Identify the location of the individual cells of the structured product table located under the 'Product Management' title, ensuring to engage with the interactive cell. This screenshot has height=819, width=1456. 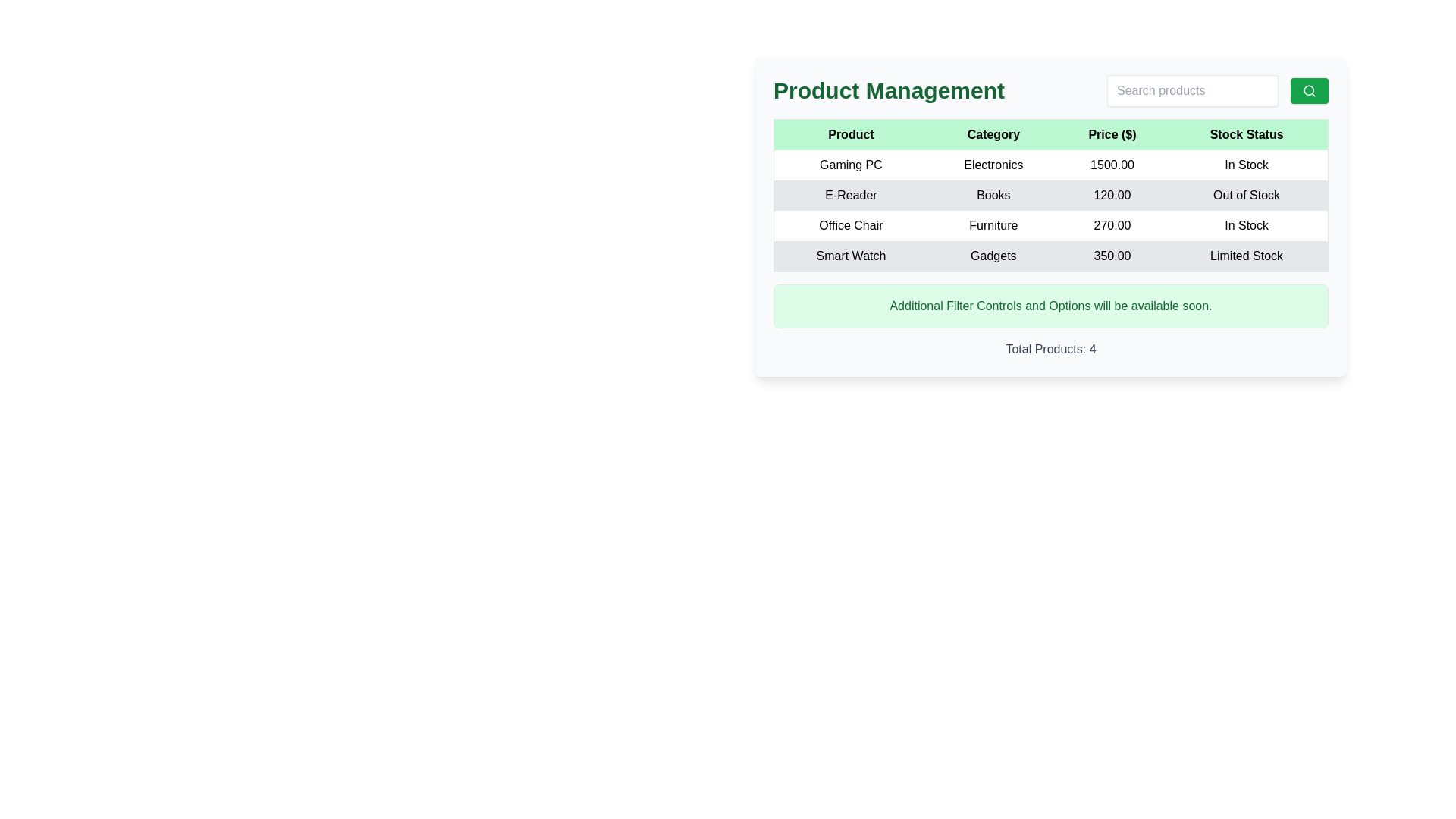
(1050, 216).